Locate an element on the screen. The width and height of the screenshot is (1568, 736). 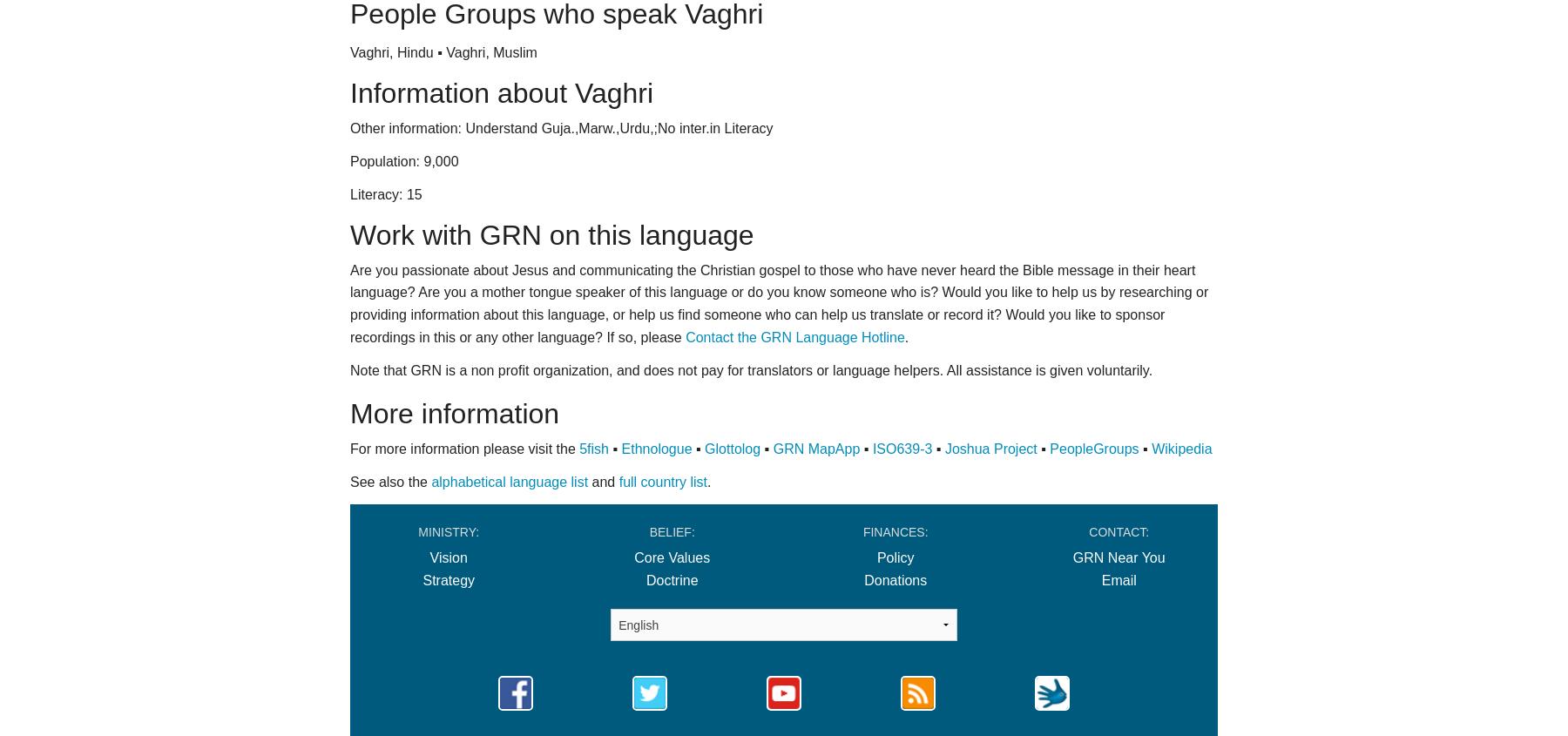
'and' is located at coordinates (602, 481).